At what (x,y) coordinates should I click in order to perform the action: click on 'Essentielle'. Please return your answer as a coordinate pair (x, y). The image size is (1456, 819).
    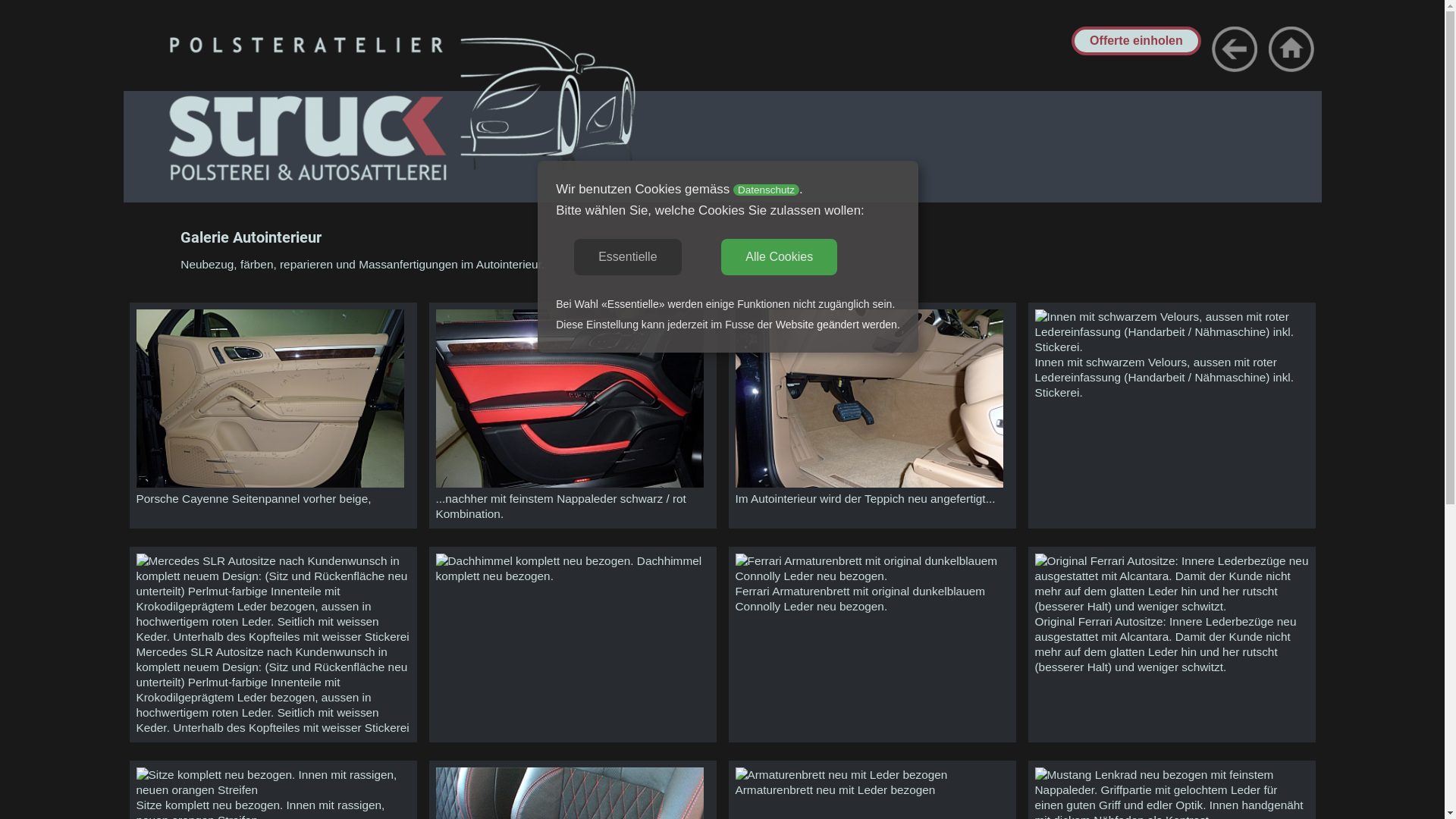
    Looking at the image, I should click on (573, 256).